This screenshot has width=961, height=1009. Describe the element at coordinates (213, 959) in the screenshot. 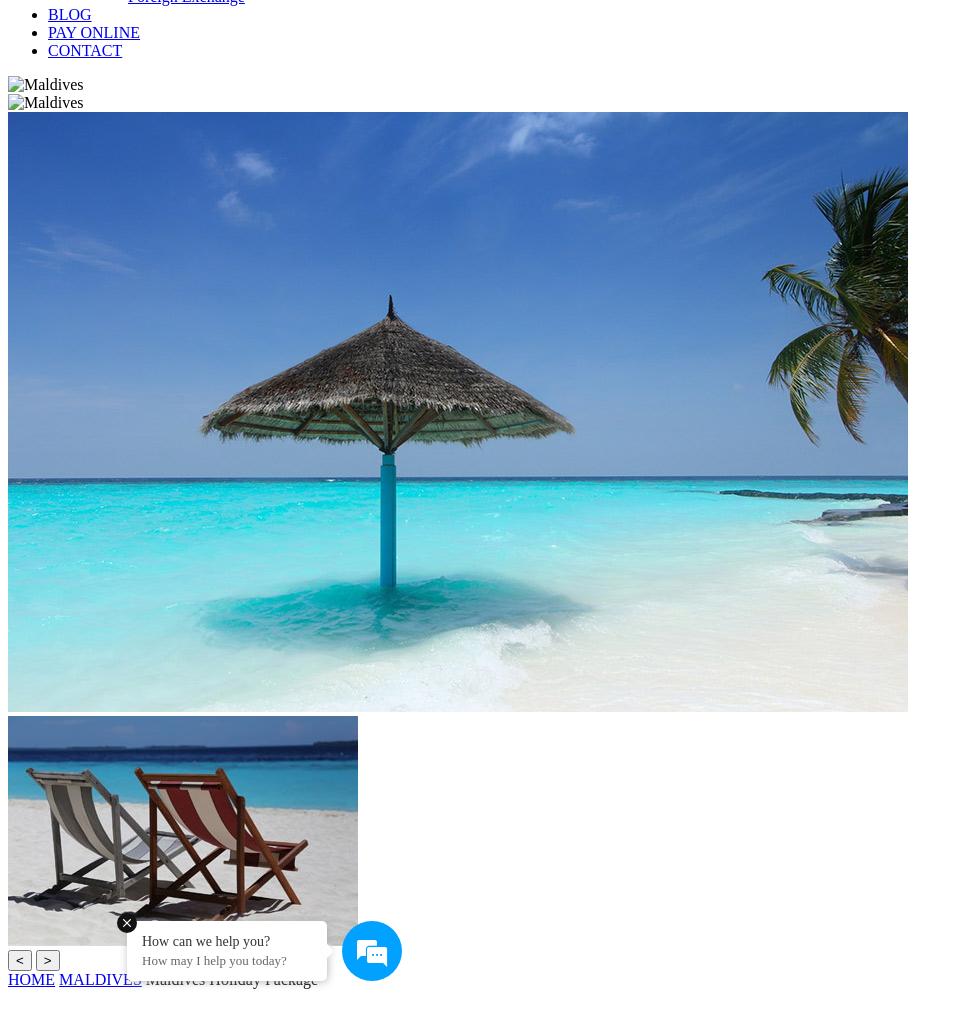

I see `'How may I help you today?'` at that location.